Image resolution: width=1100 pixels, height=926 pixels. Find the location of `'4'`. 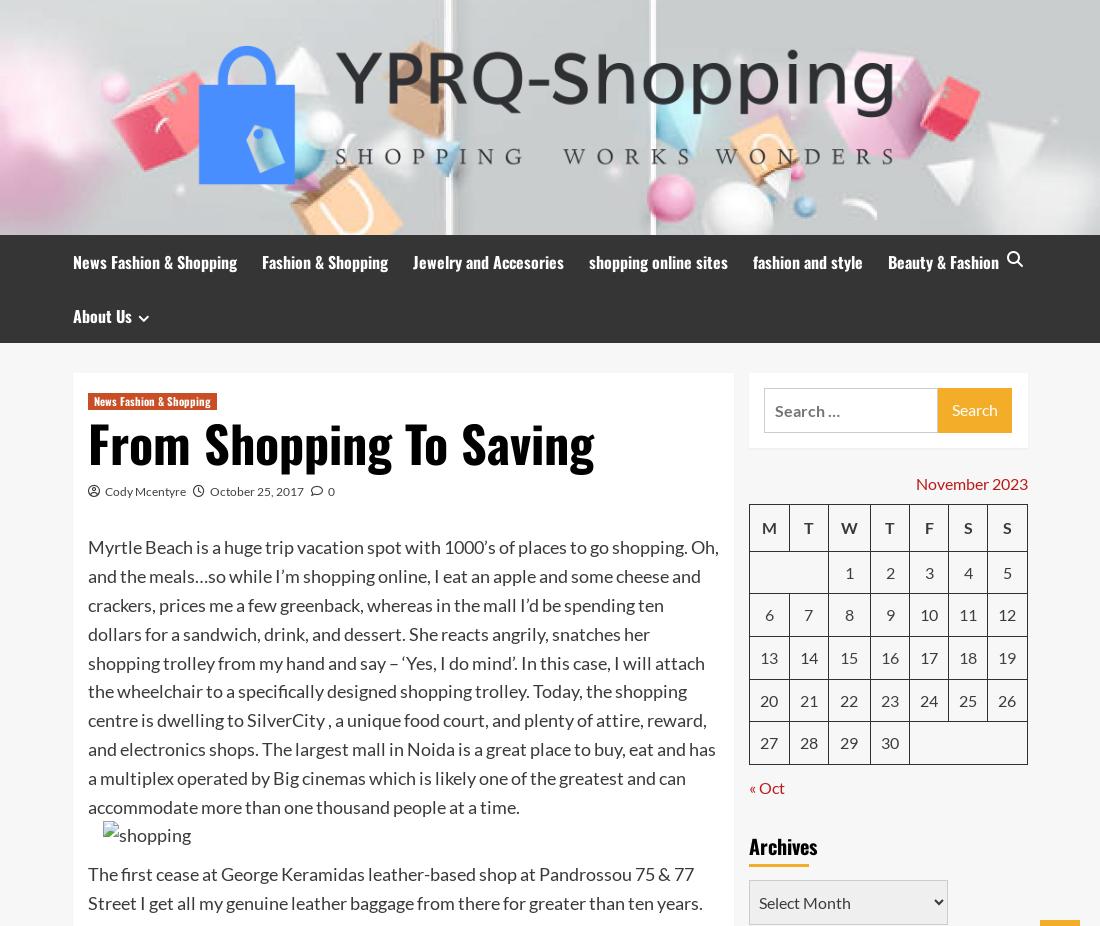

'4' is located at coordinates (966, 570).